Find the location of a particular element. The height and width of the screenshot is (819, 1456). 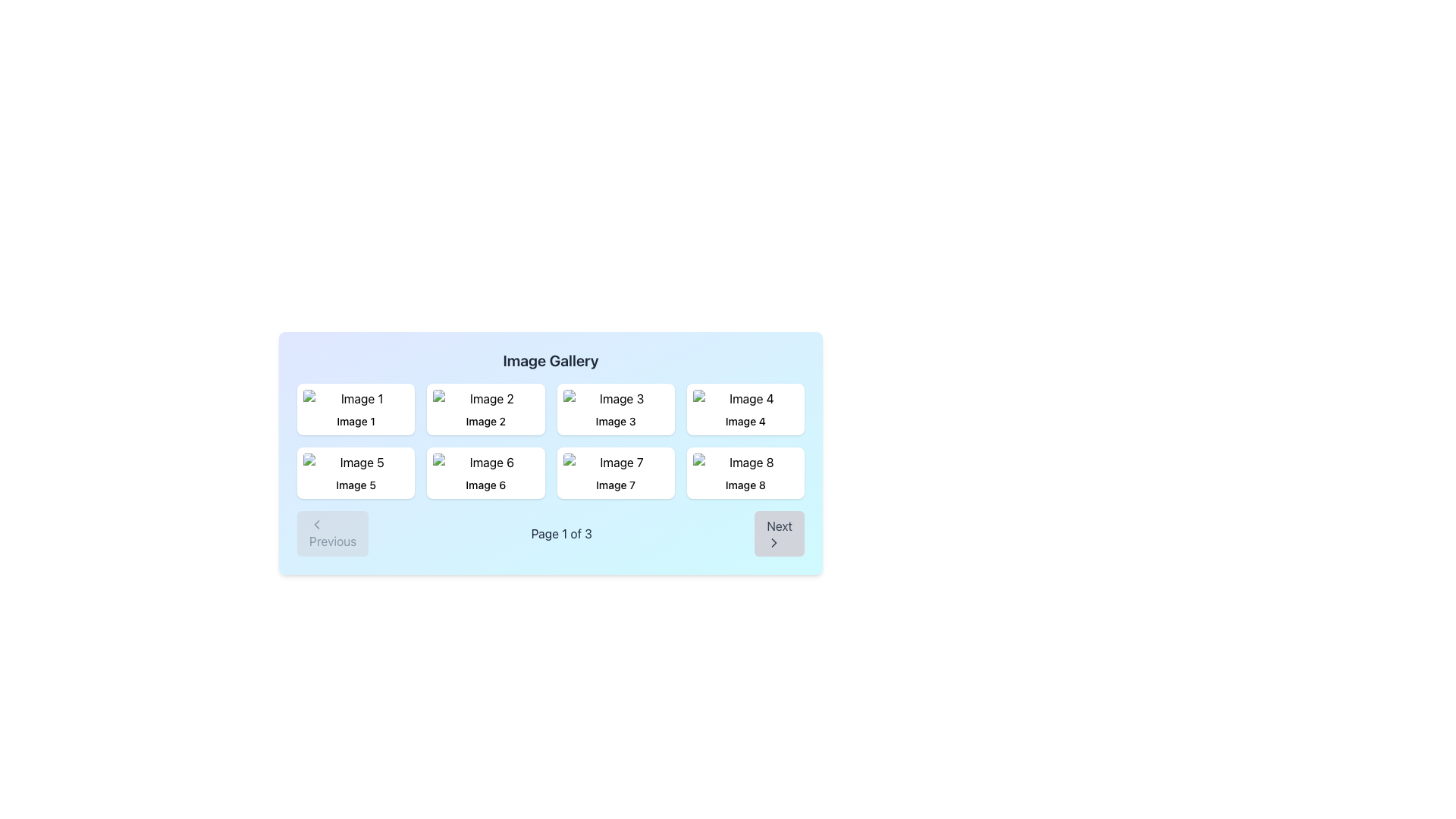

to select the Gallery item labeled 'Image 3', which is a white box with rounded corners and a thumbnail image placeholder is located at coordinates (615, 409).